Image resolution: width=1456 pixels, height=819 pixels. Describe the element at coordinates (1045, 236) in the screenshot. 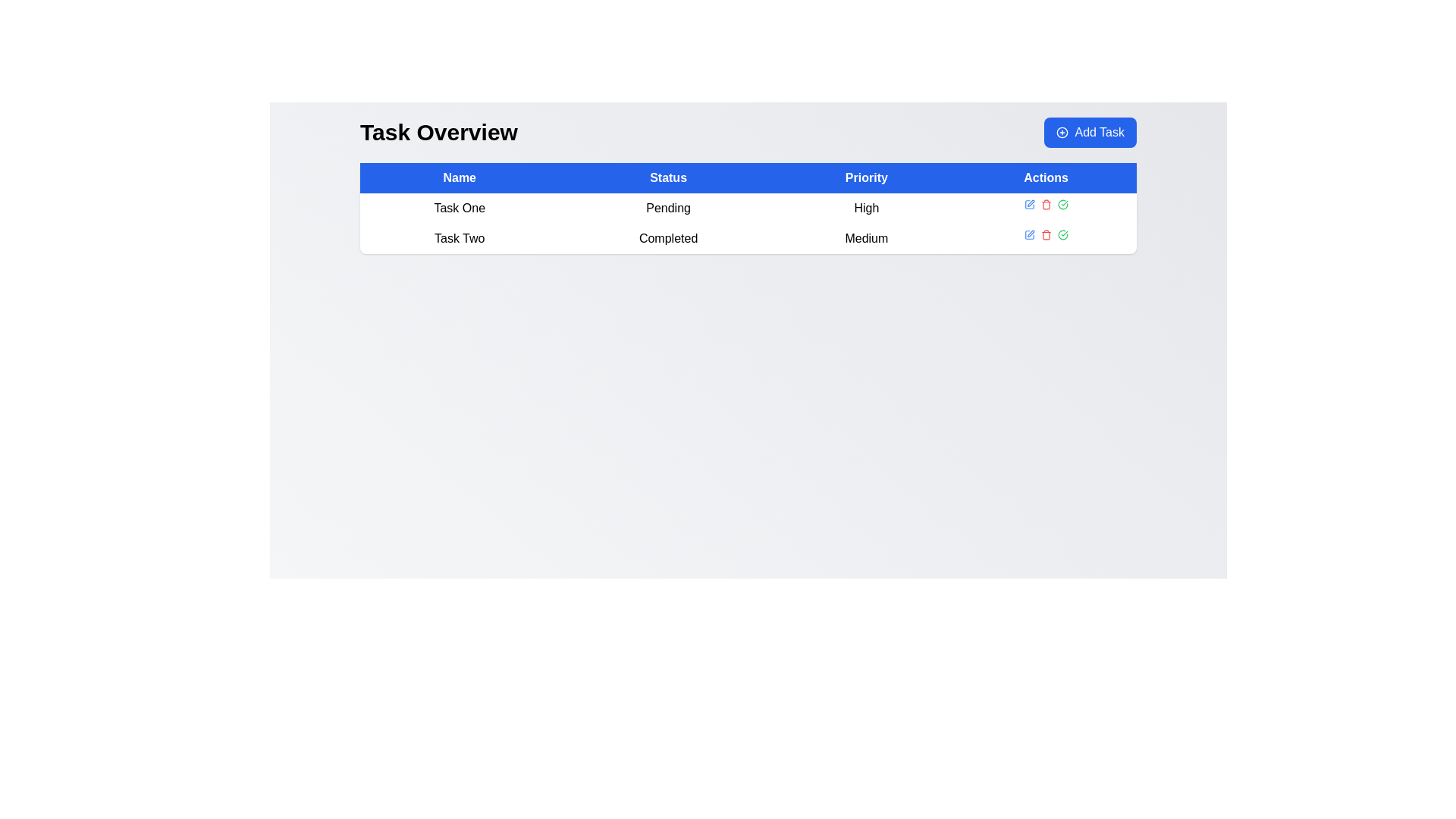

I see `the trash icon located in the 'Actions' column of the second row in the table, which symbolizes the delete action` at that location.